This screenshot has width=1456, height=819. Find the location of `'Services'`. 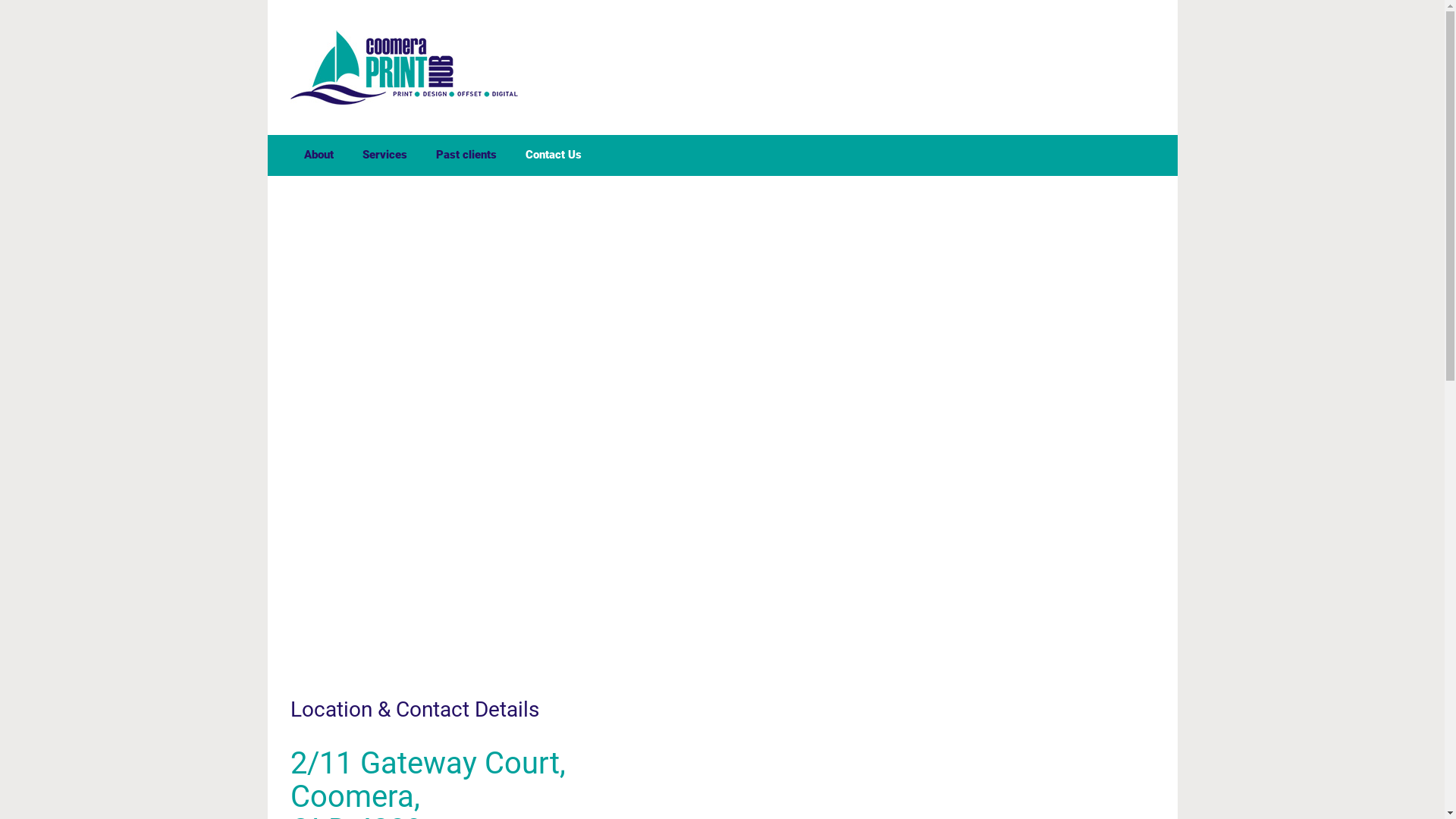

'Services' is located at coordinates (353, 155).